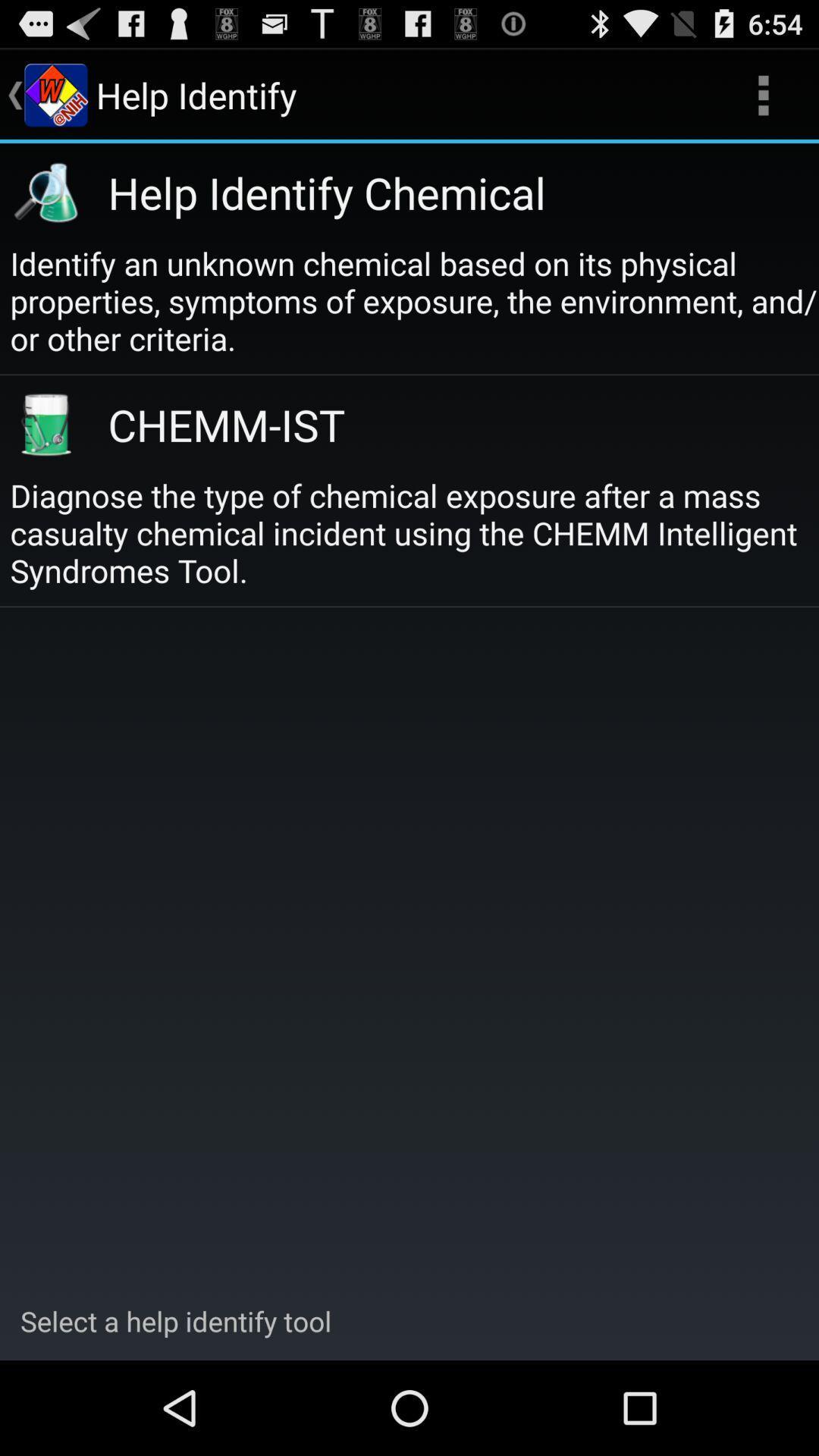  What do you see at coordinates (763, 94) in the screenshot?
I see `the item at the top right corner` at bounding box center [763, 94].